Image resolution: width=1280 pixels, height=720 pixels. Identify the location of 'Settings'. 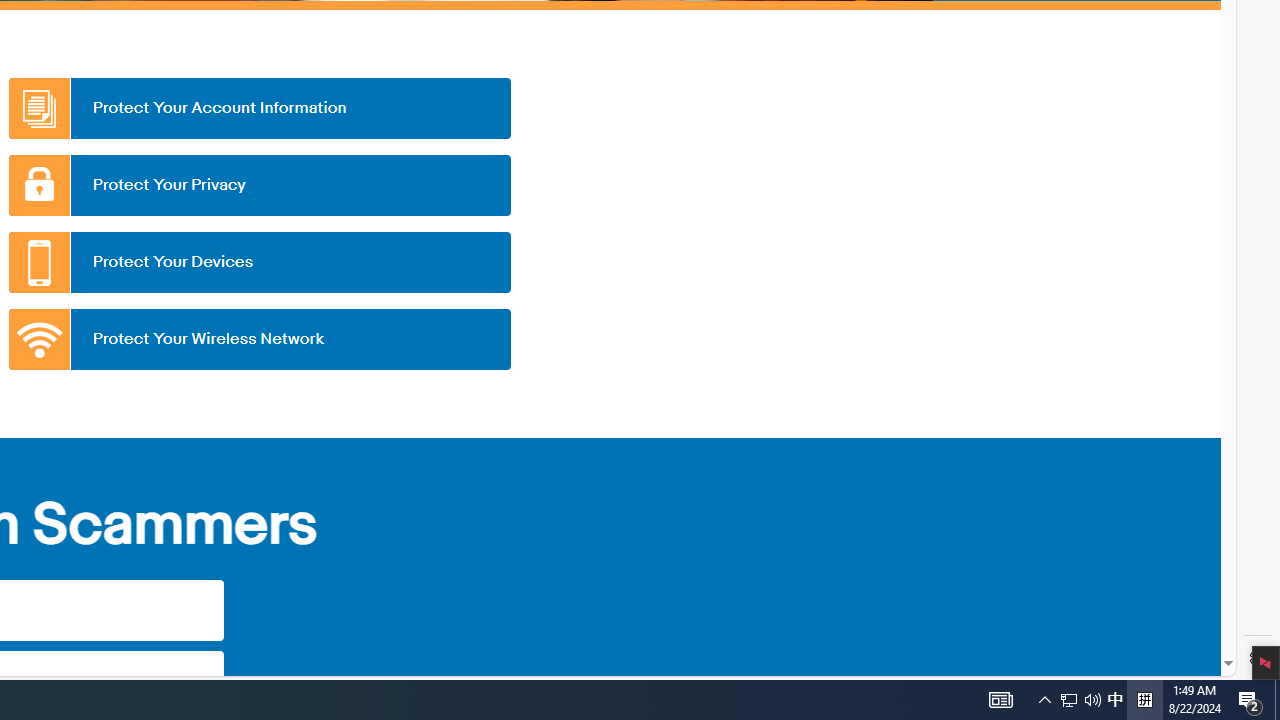
(1257, 658).